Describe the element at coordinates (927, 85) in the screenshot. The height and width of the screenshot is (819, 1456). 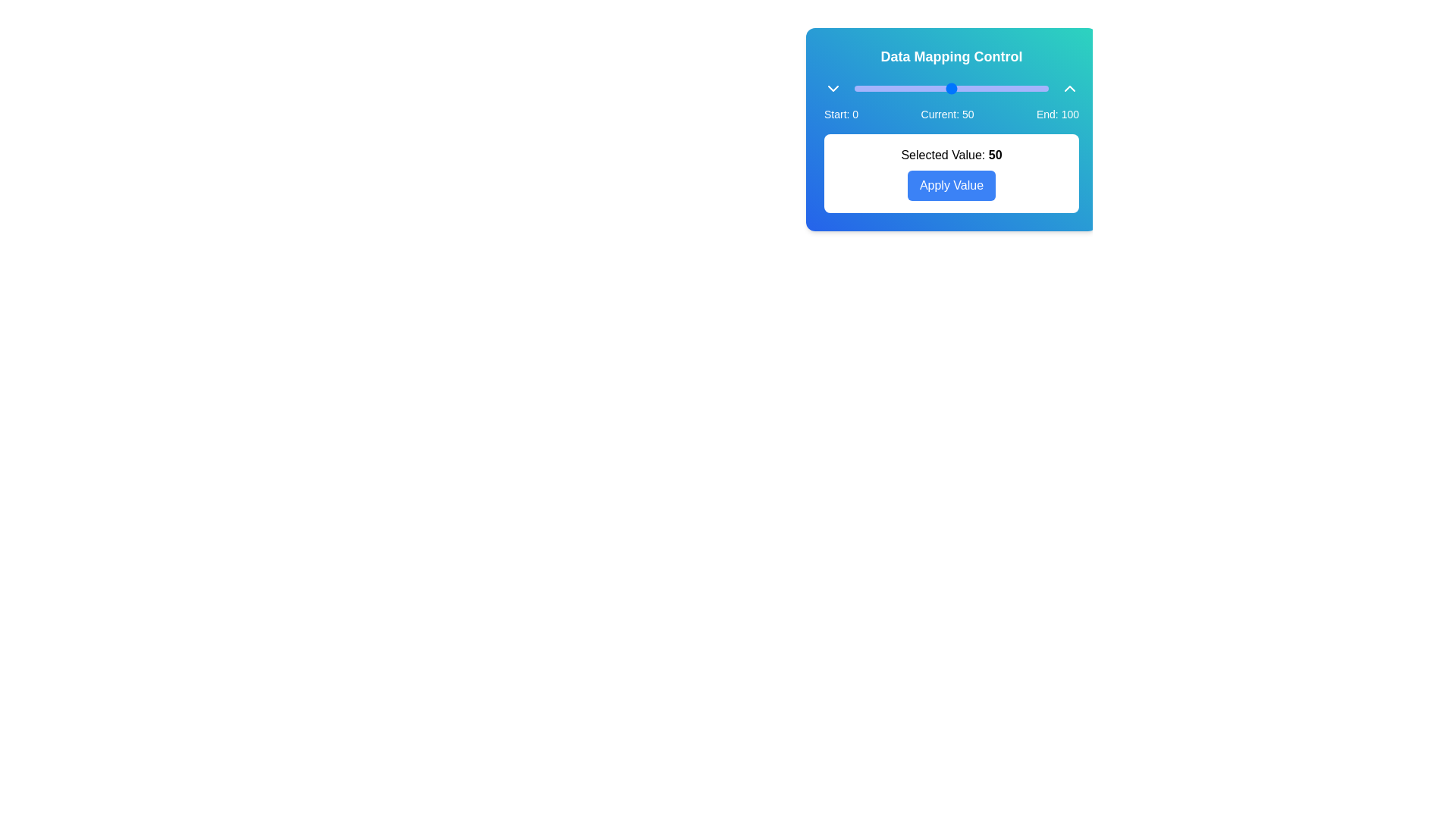
I see `slider value` at that location.